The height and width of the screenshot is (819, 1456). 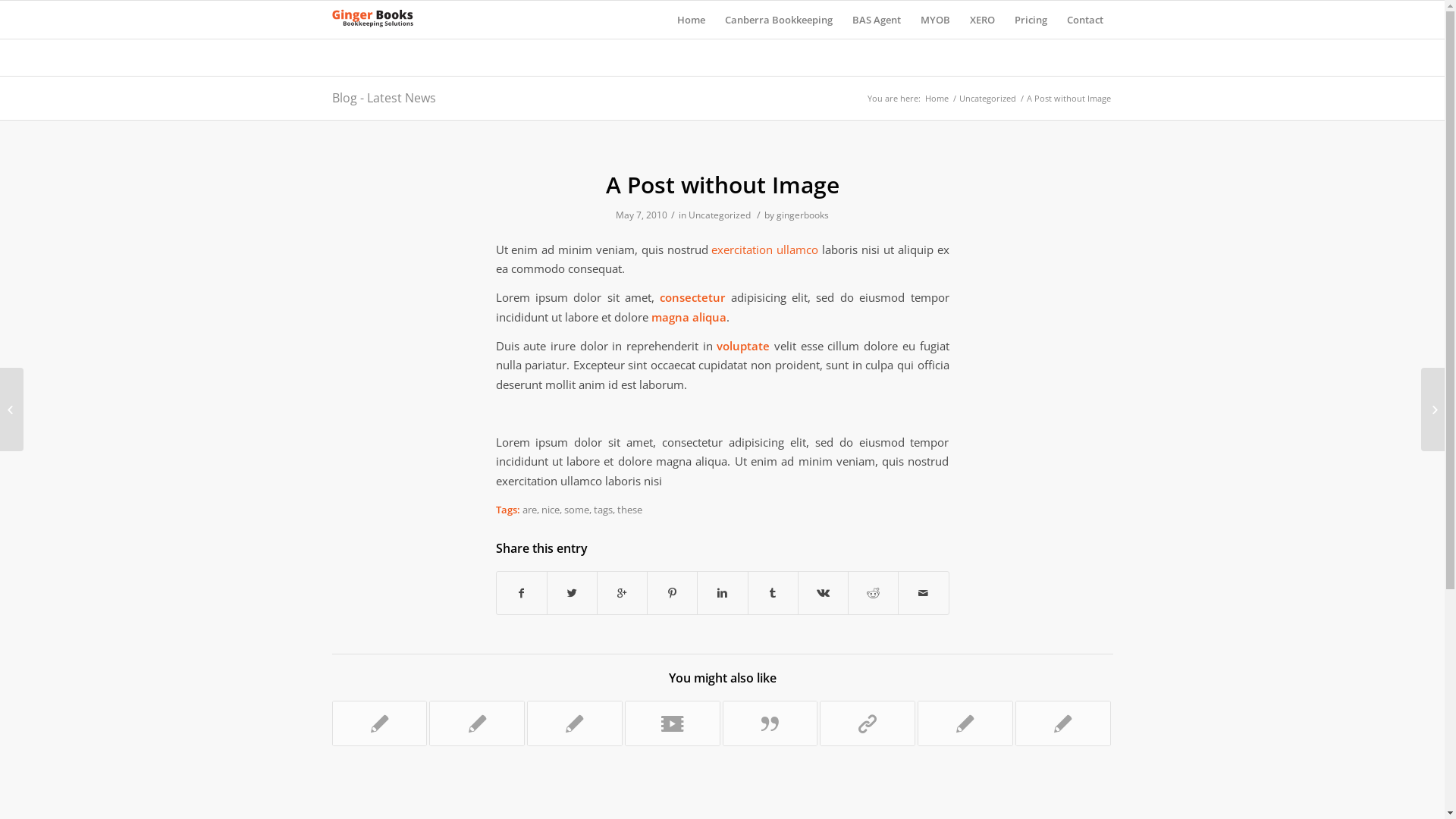 I want to click on 'Blog - Latest News', so click(x=384, y=97).